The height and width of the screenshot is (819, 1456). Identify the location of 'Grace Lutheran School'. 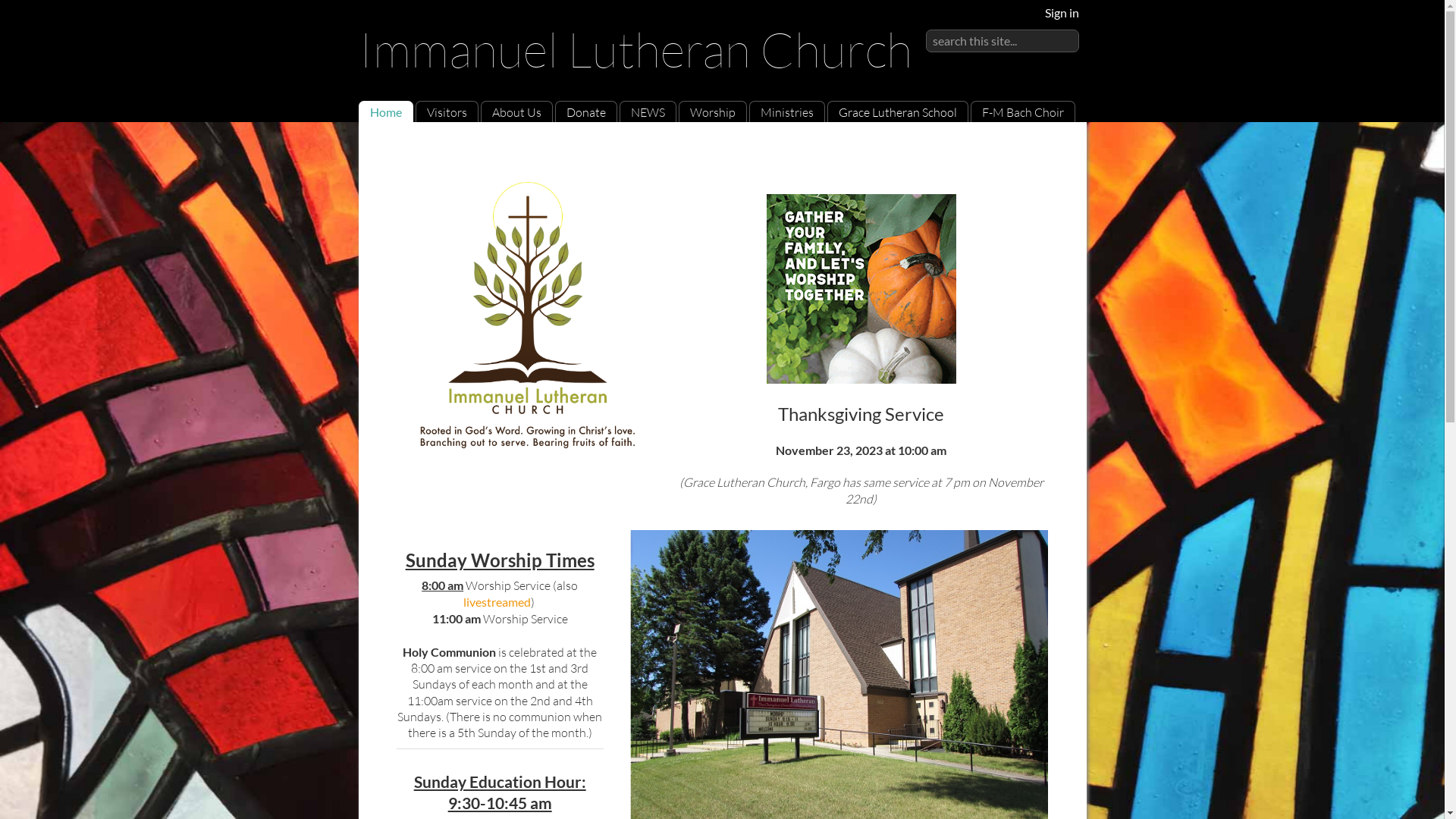
(837, 111).